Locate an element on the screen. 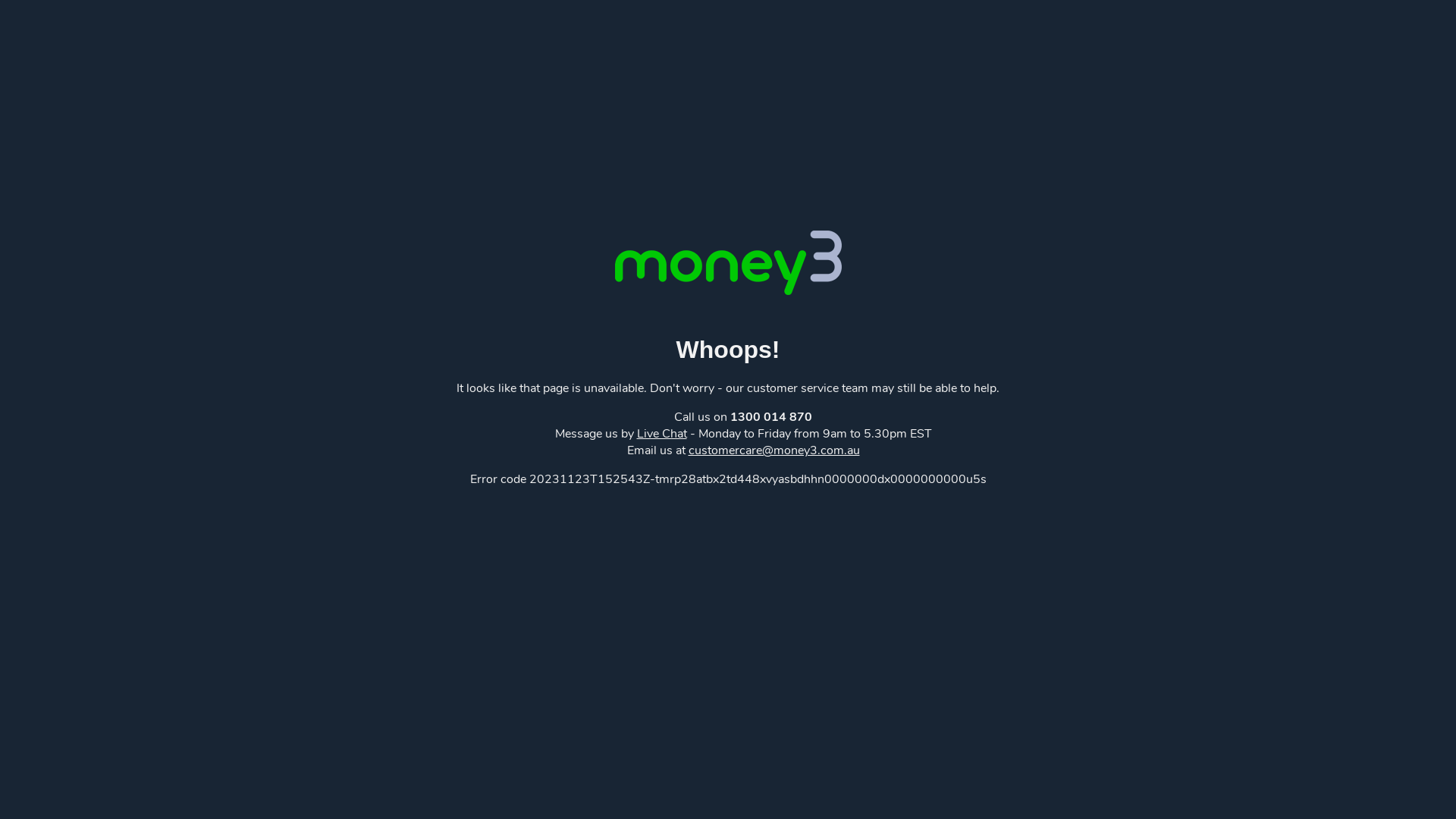 Image resolution: width=1456 pixels, height=819 pixels. 'Live Chat' is located at coordinates (662, 433).